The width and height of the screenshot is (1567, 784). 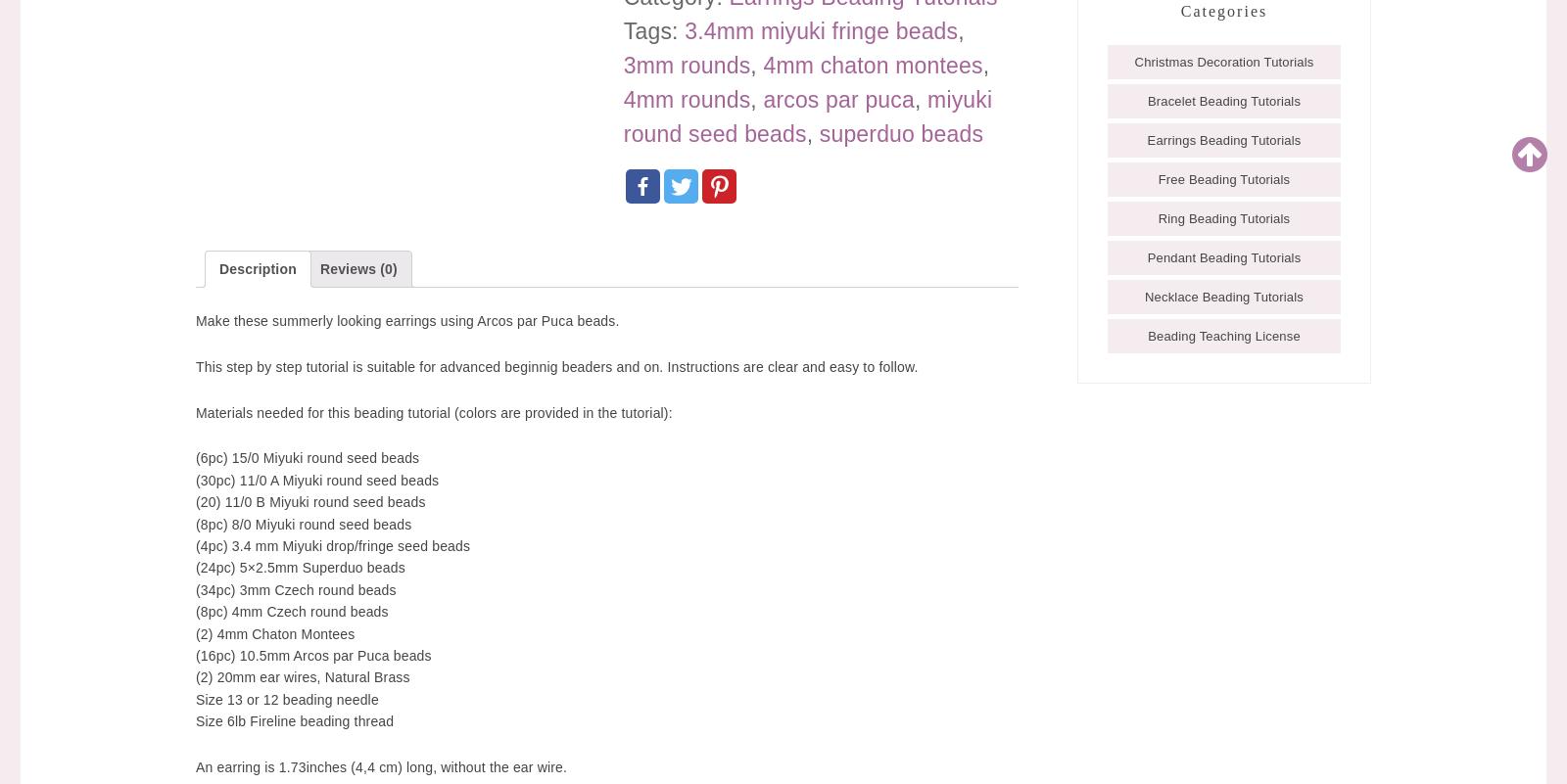 I want to click on 'Size 13 or 12 beading needle', so click(x=286, y=698).